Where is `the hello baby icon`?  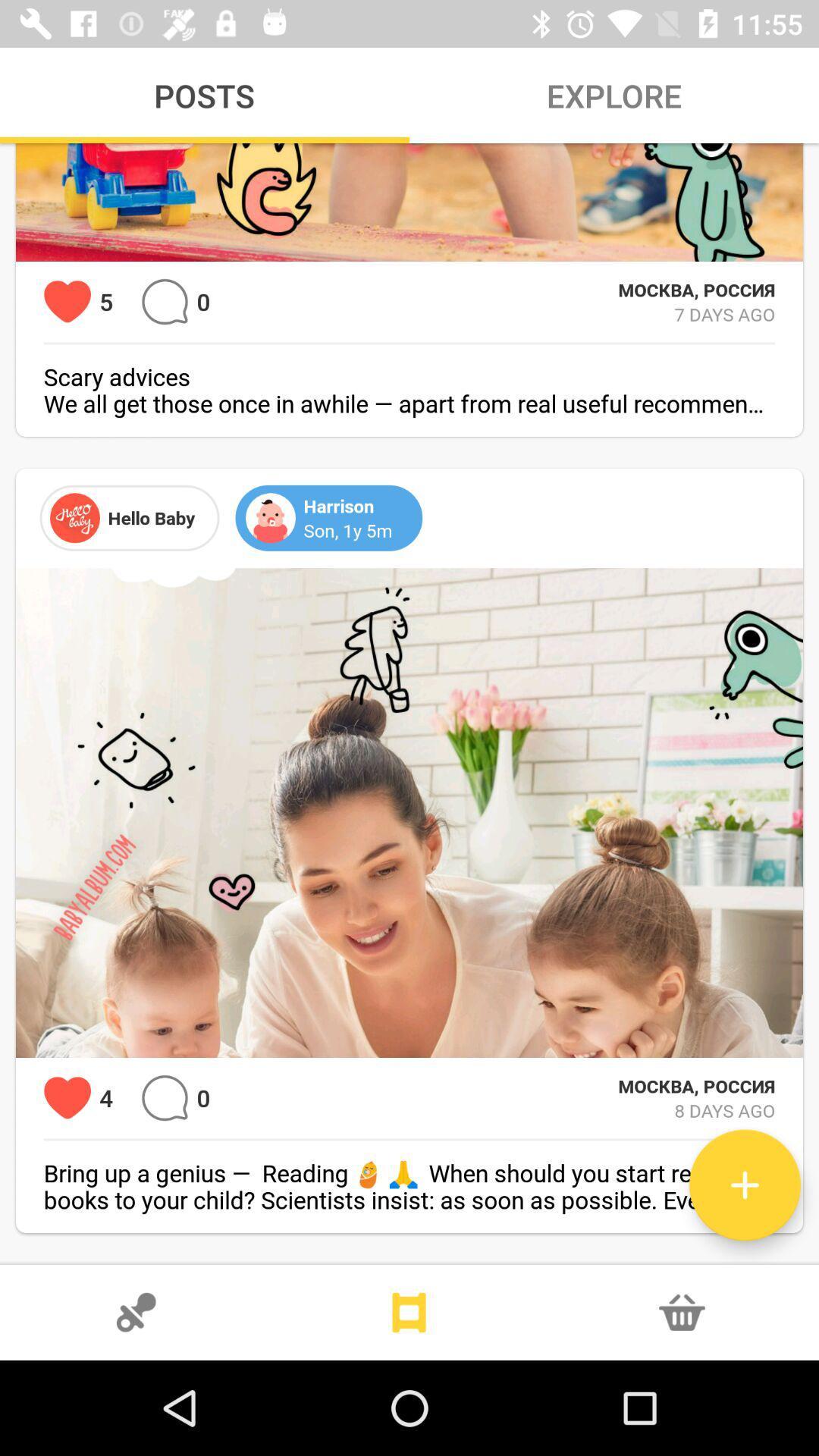
the hello baby icon is located at coordinates (75, 517).